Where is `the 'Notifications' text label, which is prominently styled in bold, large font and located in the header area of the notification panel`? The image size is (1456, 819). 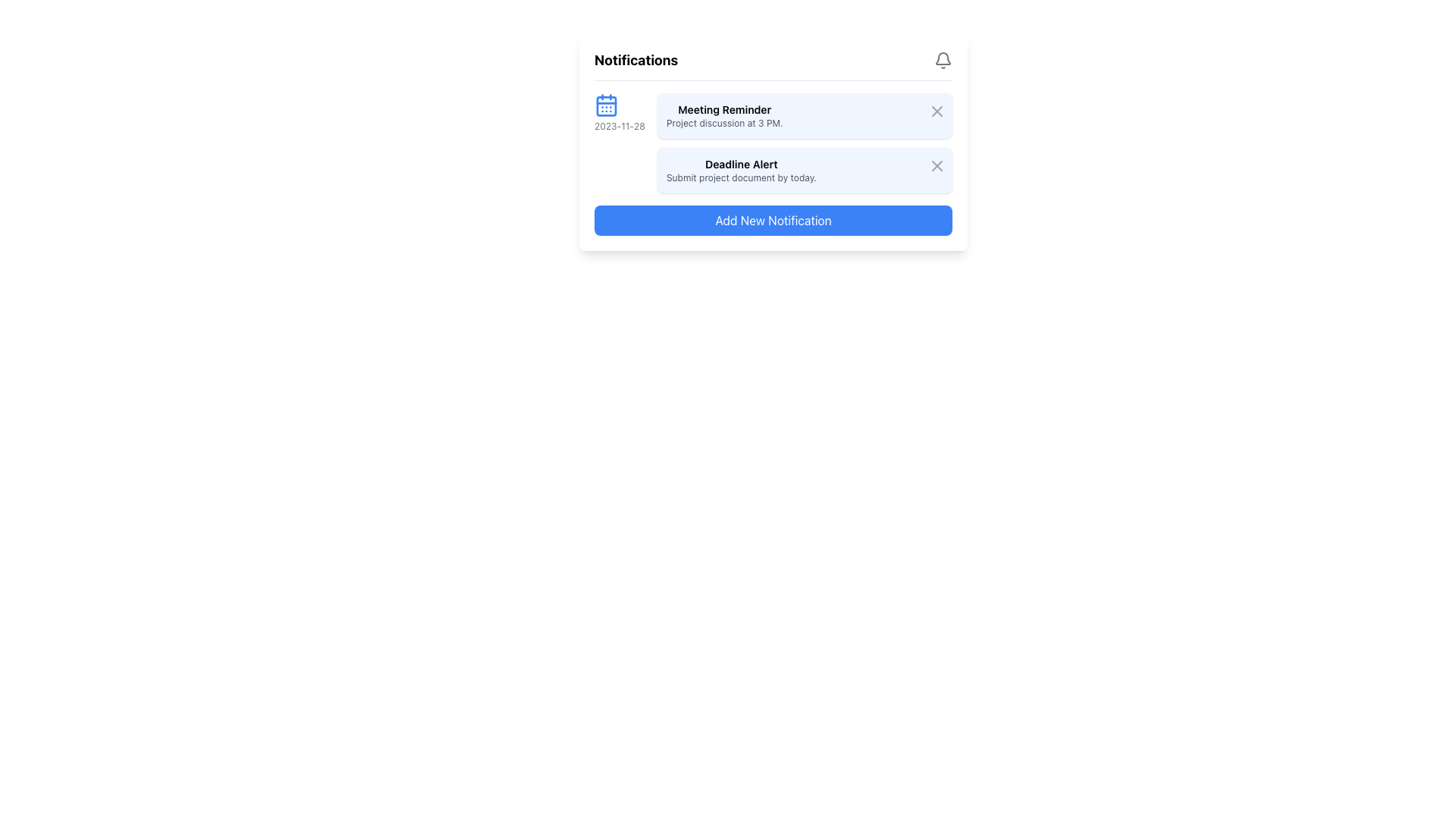
the 'Notifications' text label, which is prominently styled in bold, large font and located in the header area of the notification panel is located at coordinates (636, 60).